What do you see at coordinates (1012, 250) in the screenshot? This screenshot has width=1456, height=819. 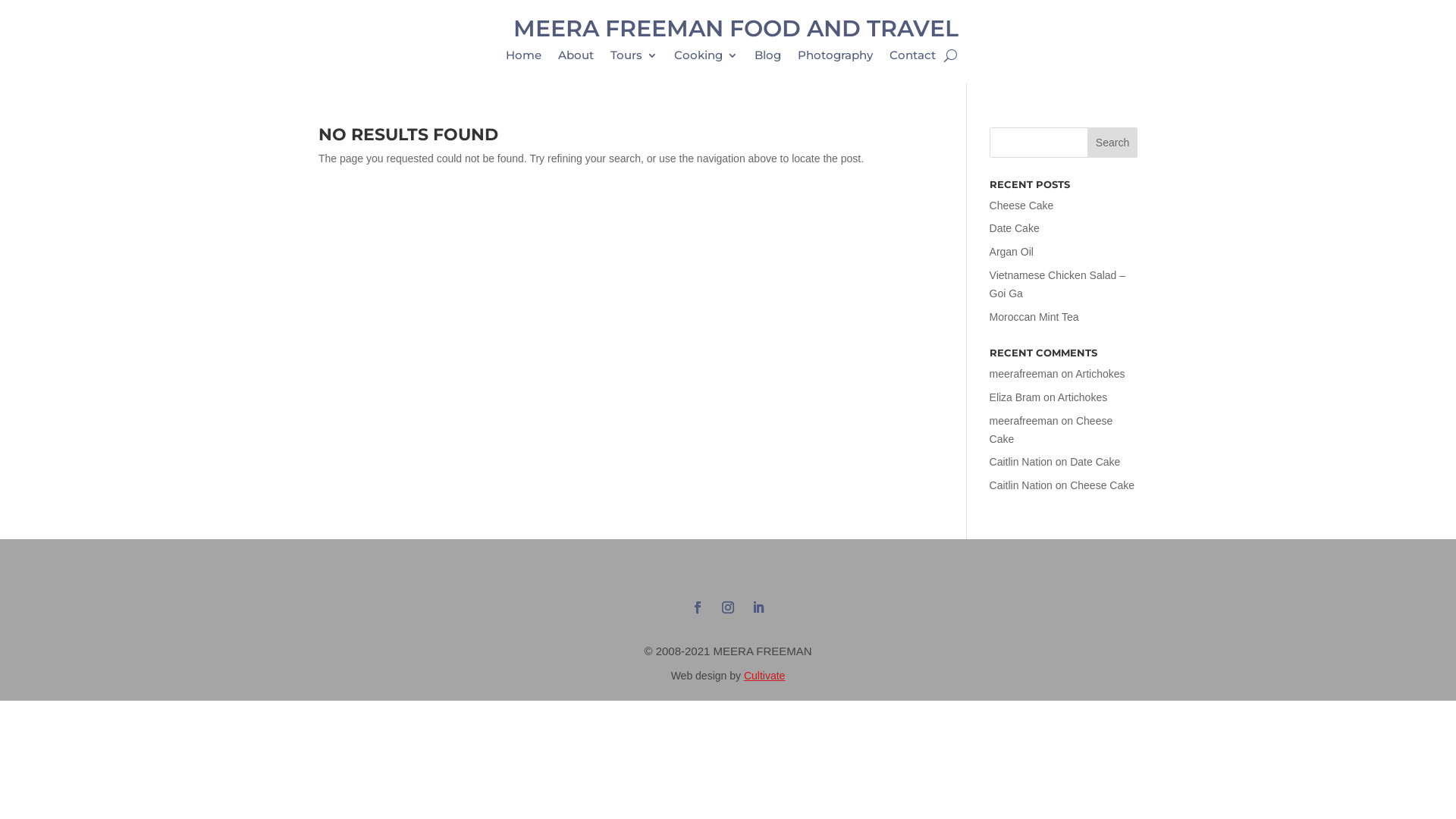 I see `'Argan Oil'` at bounding box center [1012, 250].